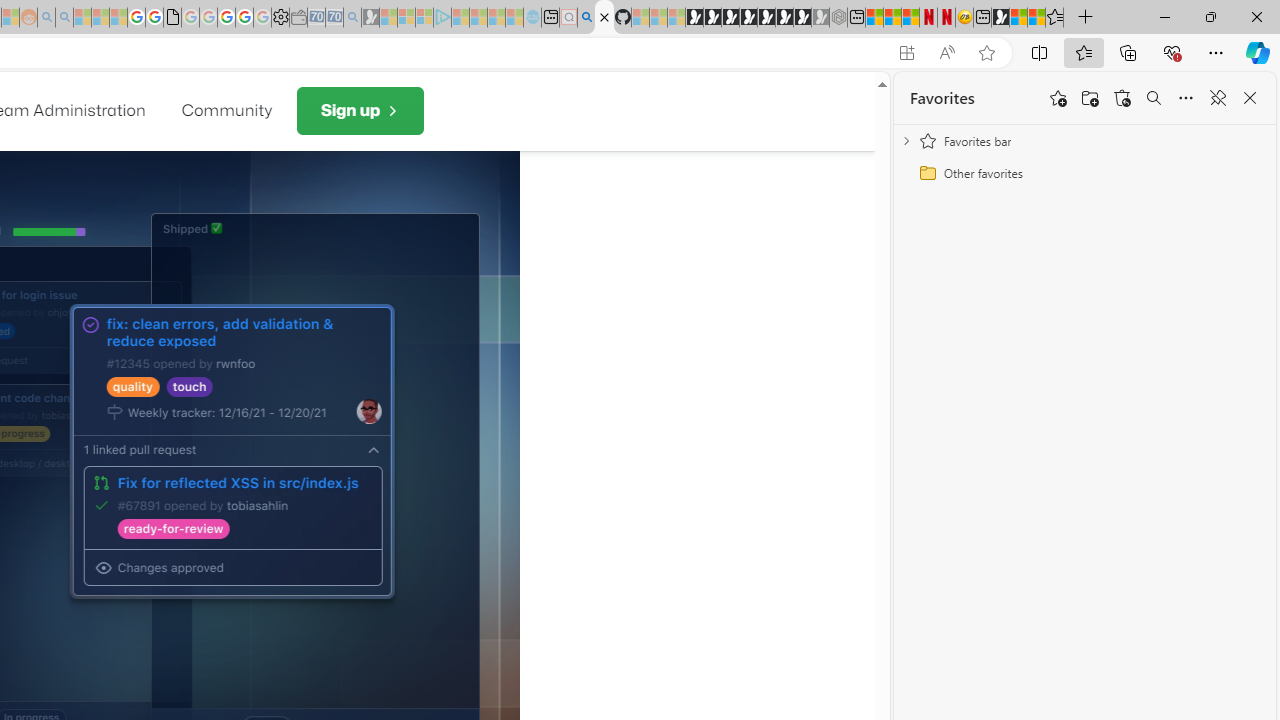 The width and height of the screenshot is (1280, 720). I want to click on 'New tab', so click(982, 17).